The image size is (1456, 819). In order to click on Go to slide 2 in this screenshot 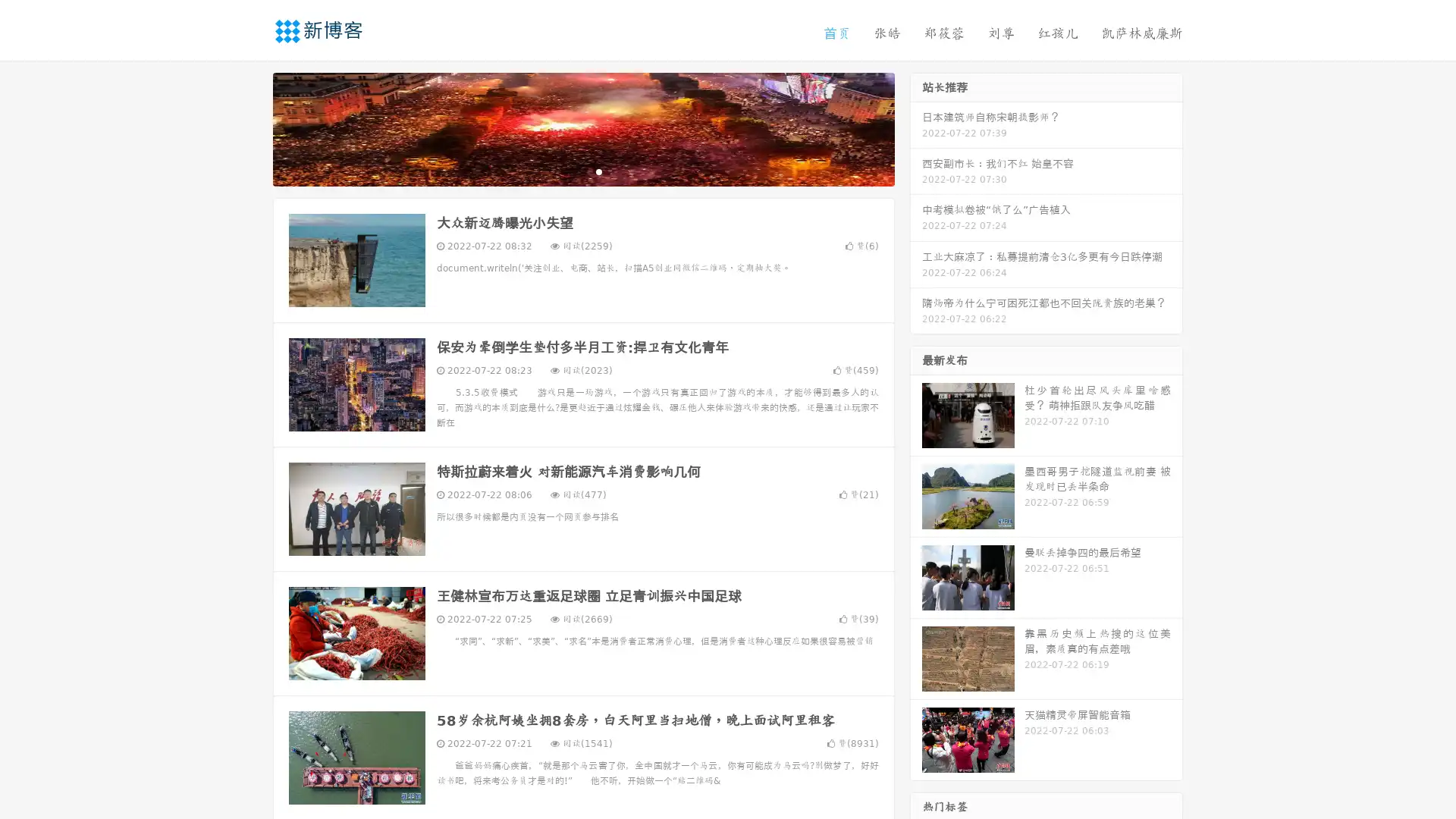, I will do `click(582, 171)`.